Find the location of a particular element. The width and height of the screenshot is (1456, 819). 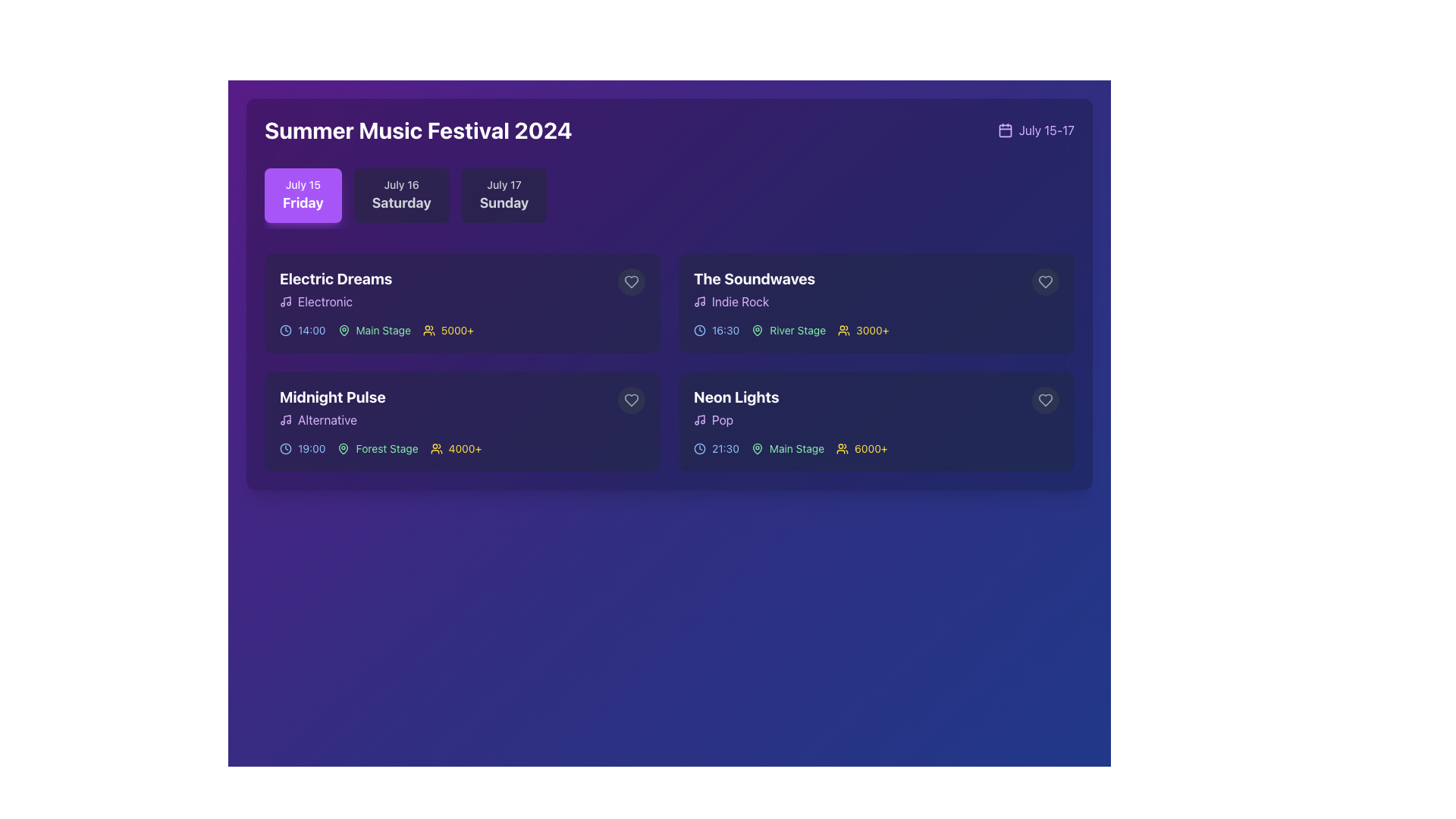

the yellow text label displaying '6000+' indicating attendee count, located in the bottom-right card labeled 'Neon Lights' in the schedule layout is located at coordinates (871, 447).